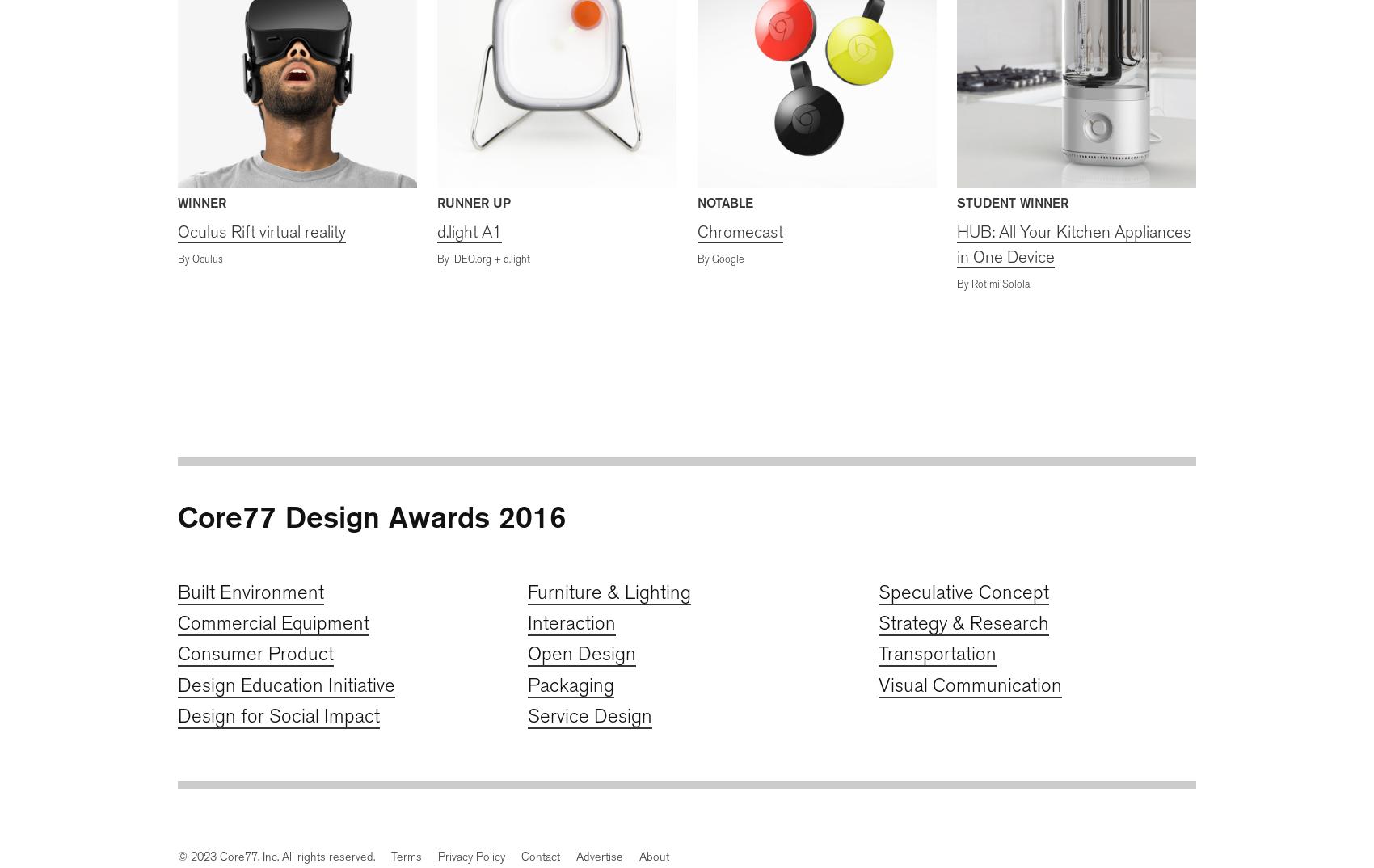  Describe the element at coordinates (251, 592) in the screenshot. I see `'Built Environment'` at that location.